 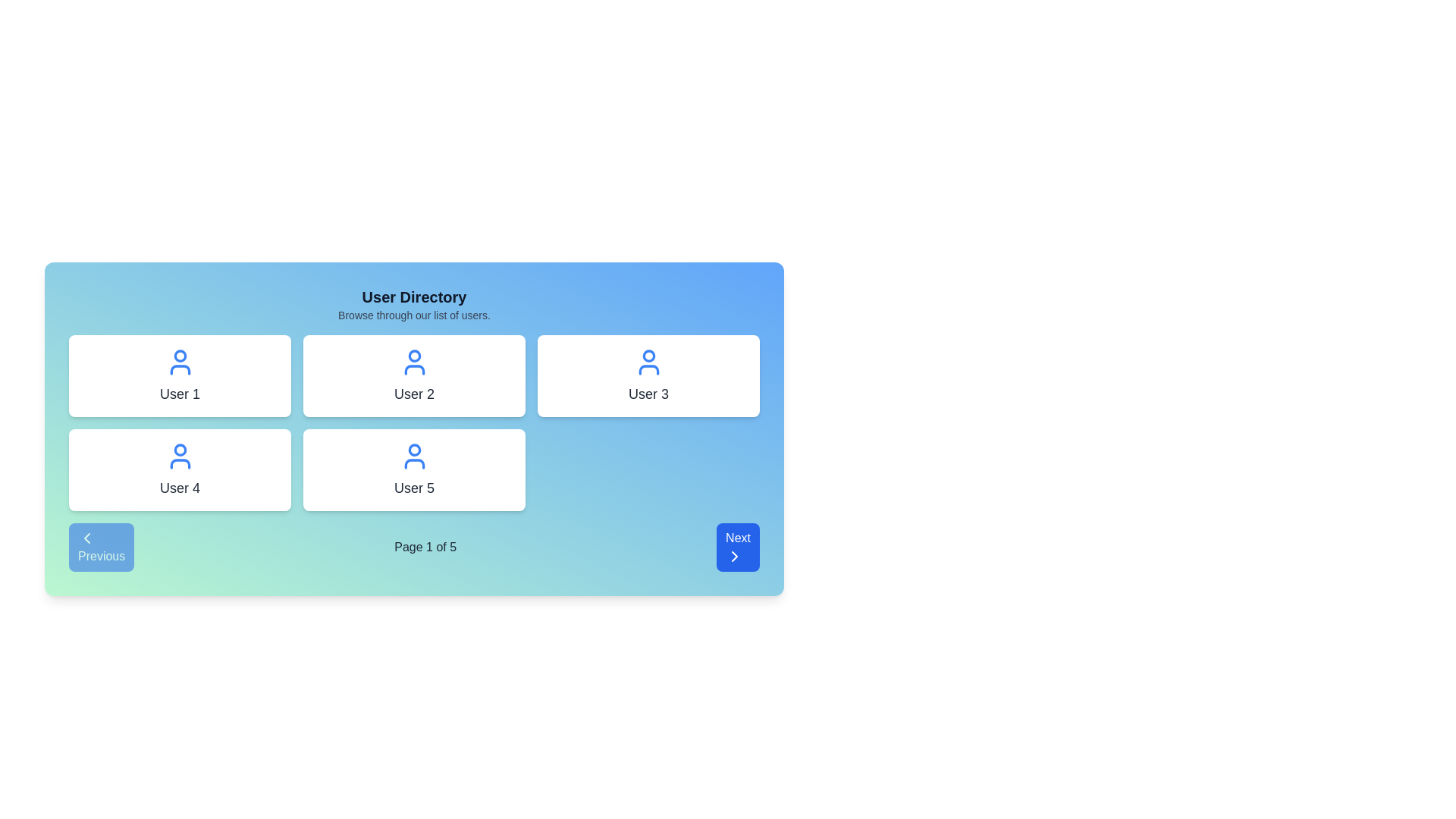 What do you see at coordinates (425, 547) in the screenshot?
I see `the text label that displays the current pagination status, located in the footer between the 'Previous' and 'Next' buttons` at bounding box center [425, 547].